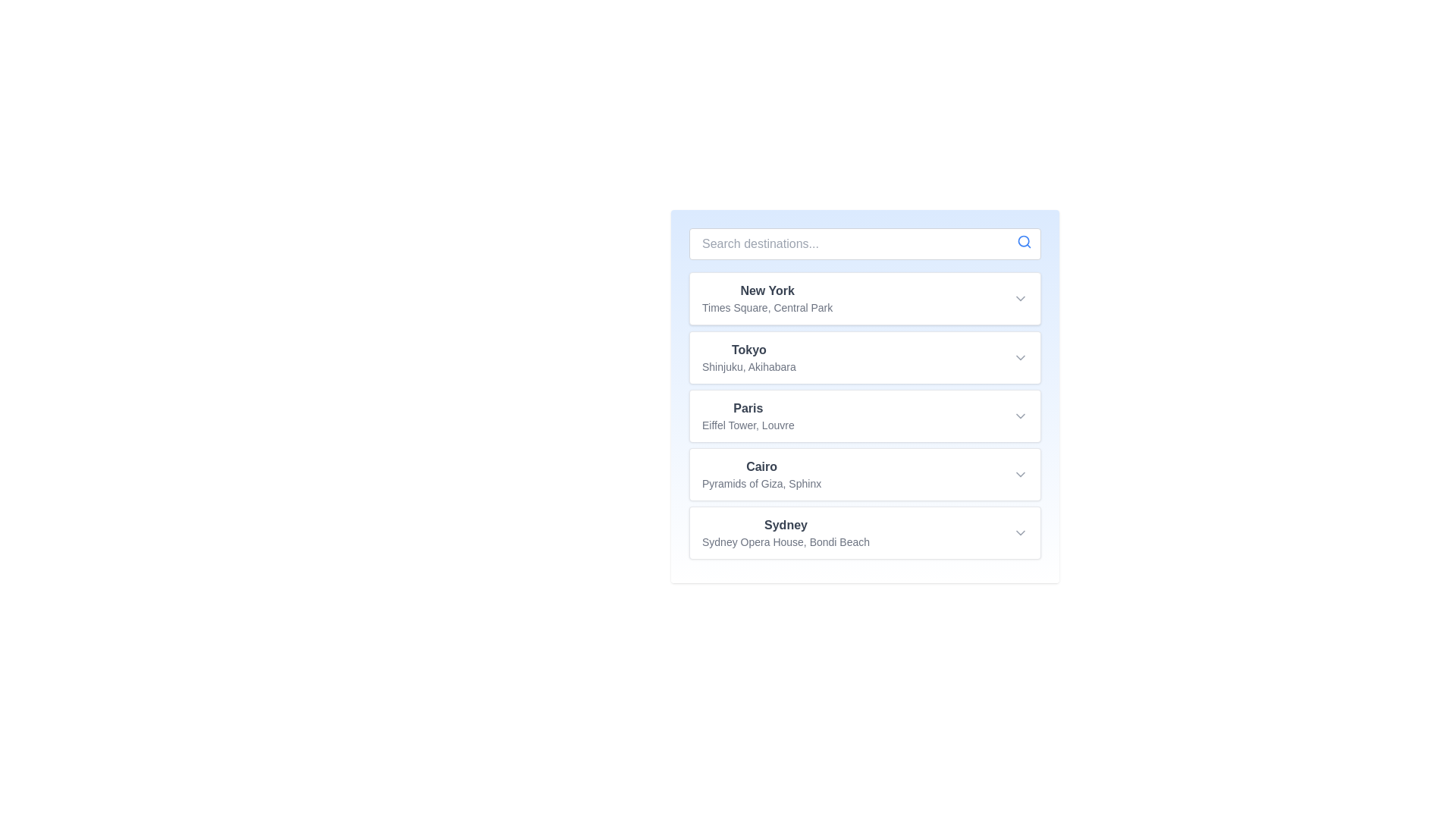 Image resolution: width=1456 pixels, height=819 pixels. I want to click on the downward pointing chevron-shaped icon located to the right of the 'Sydney' list item in the dropdown menu, so click(1020, 532).